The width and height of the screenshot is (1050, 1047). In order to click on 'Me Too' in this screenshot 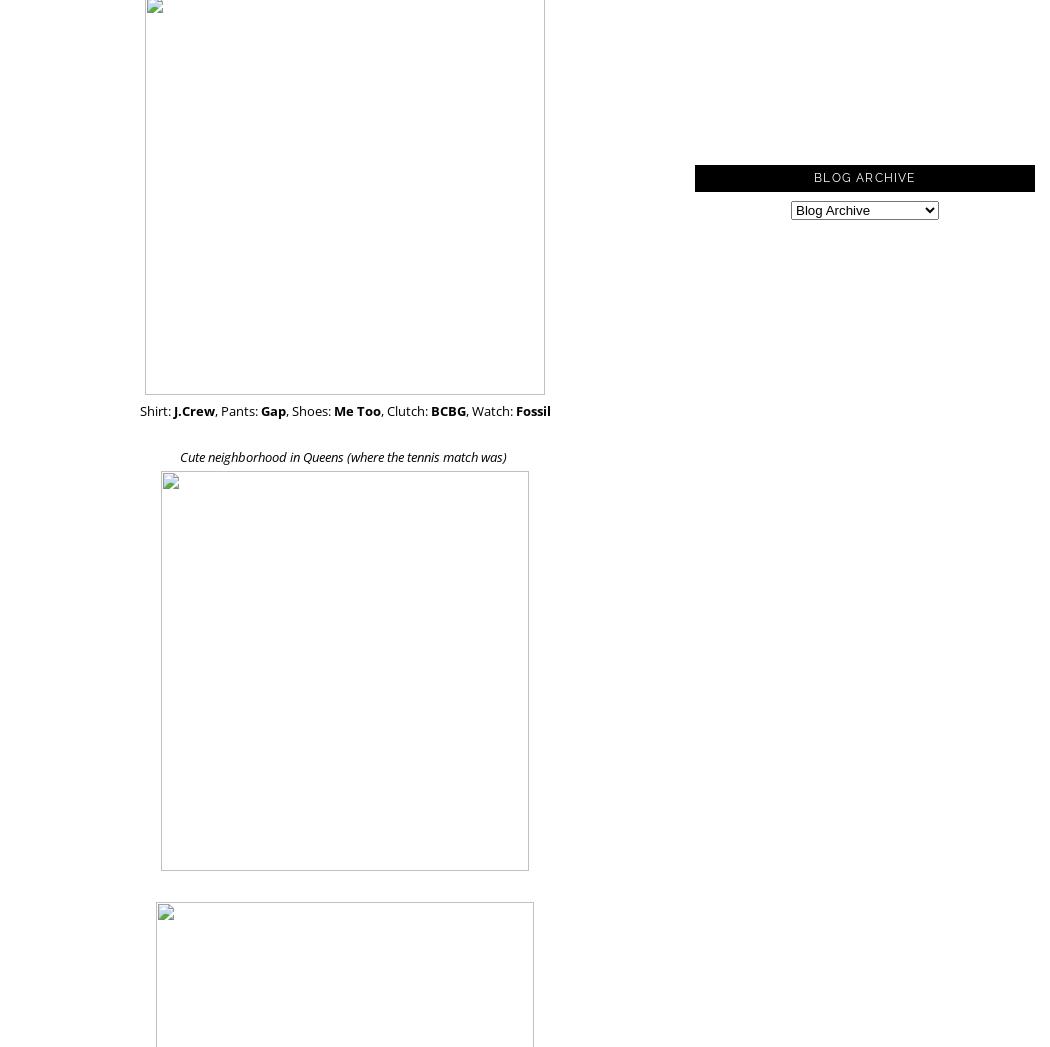, I will do `click(355, 410)`.